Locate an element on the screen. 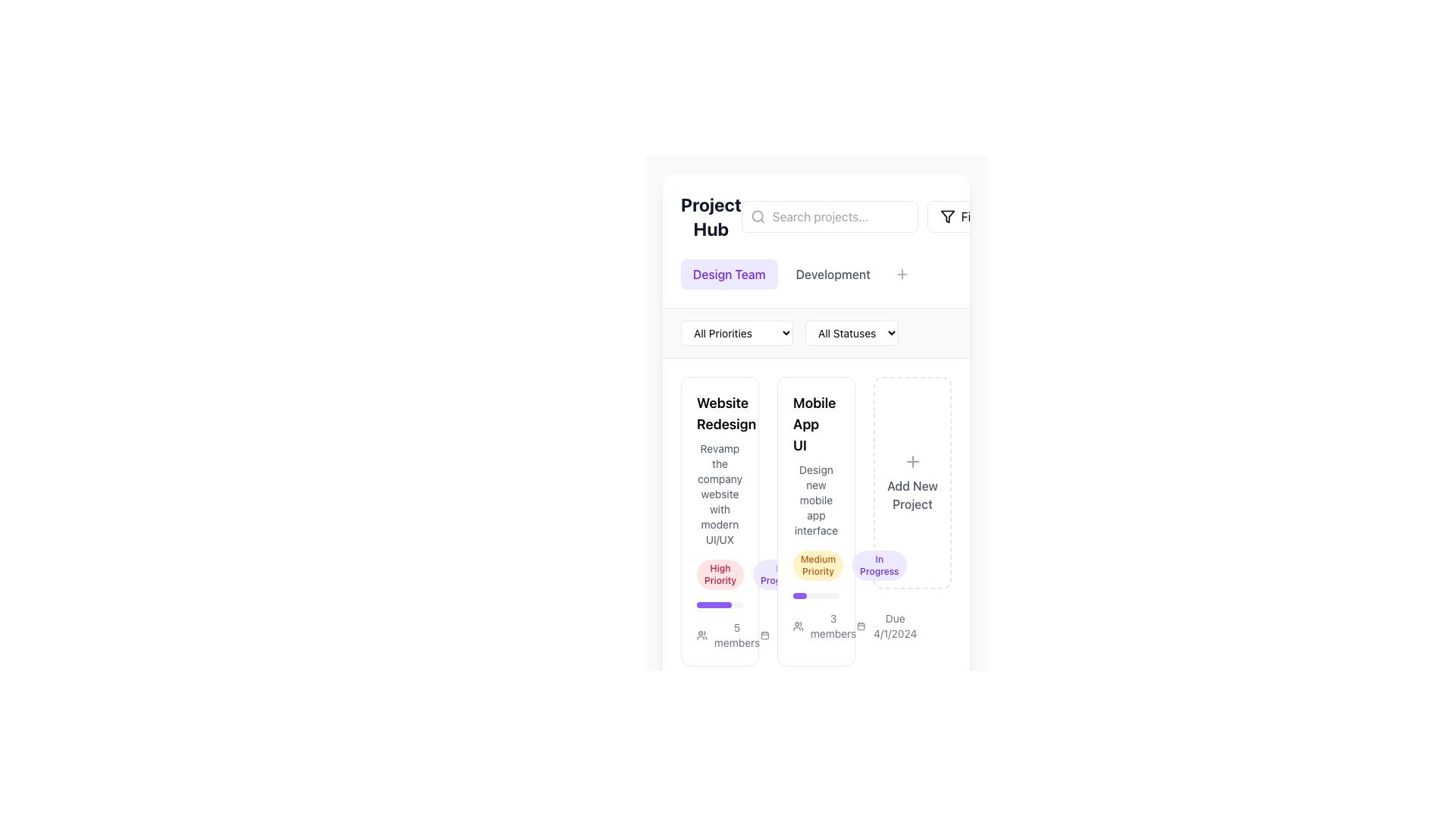  the button located in the upper left section of the interface is located at coordinates (729, 275).